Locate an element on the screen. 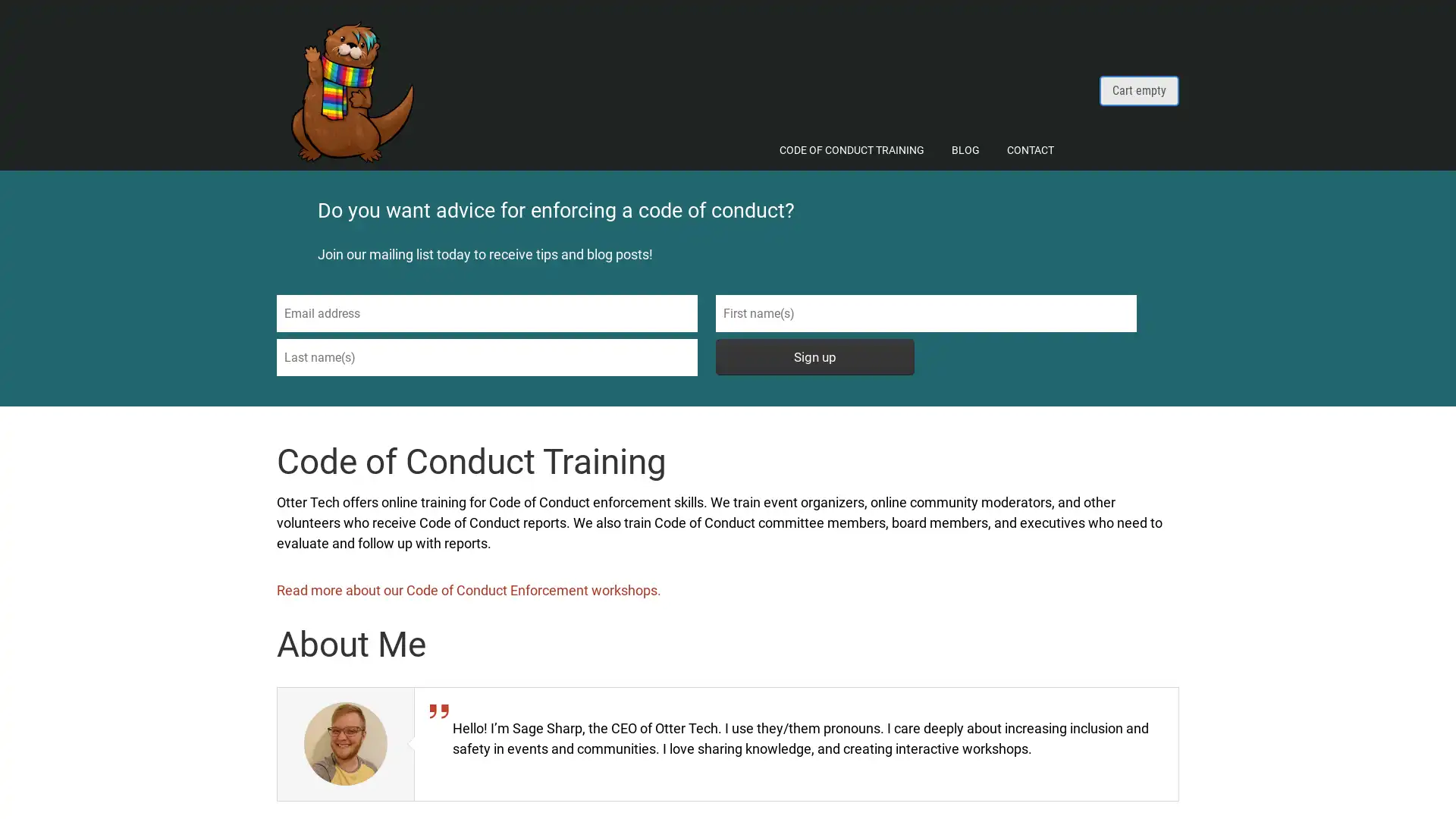 Image resolution: width=1456 pixels, height=819 pixels. Sign up is located at coordinates (1079, 312).